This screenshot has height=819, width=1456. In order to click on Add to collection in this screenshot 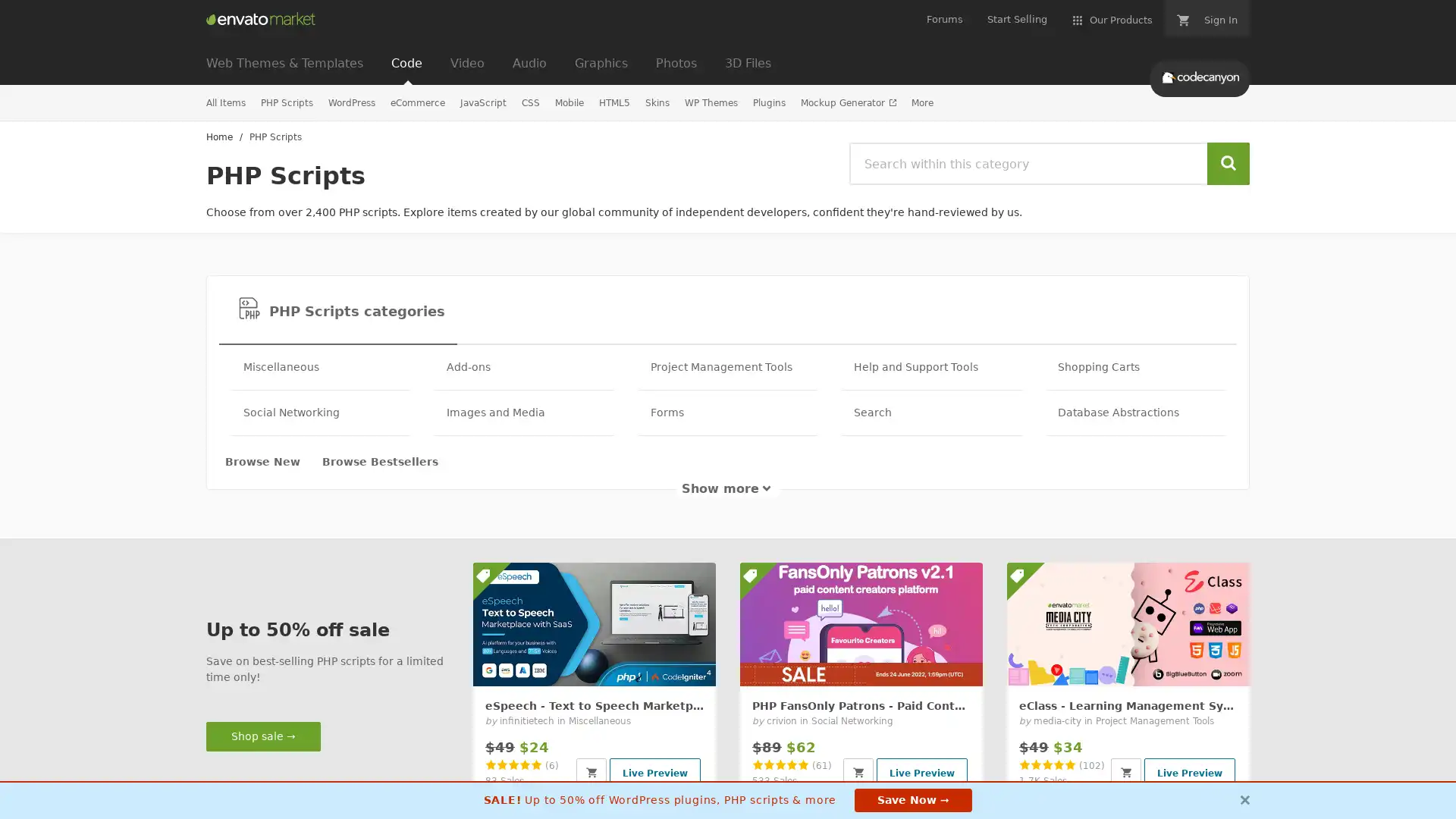, I will do `click(655, 663)`.